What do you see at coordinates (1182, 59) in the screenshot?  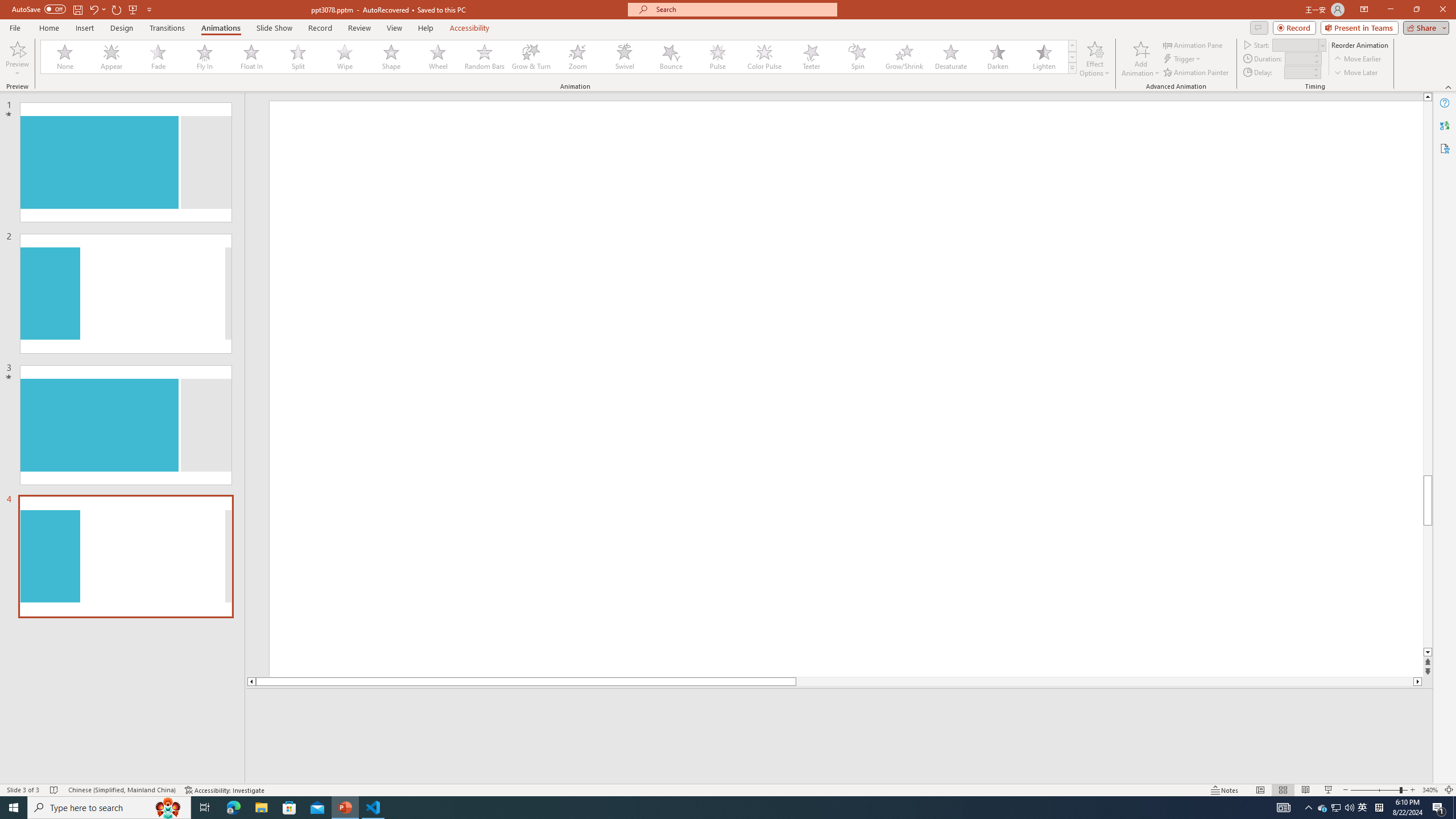 I see `'Trigger'` at bounding box center [1182, 59].